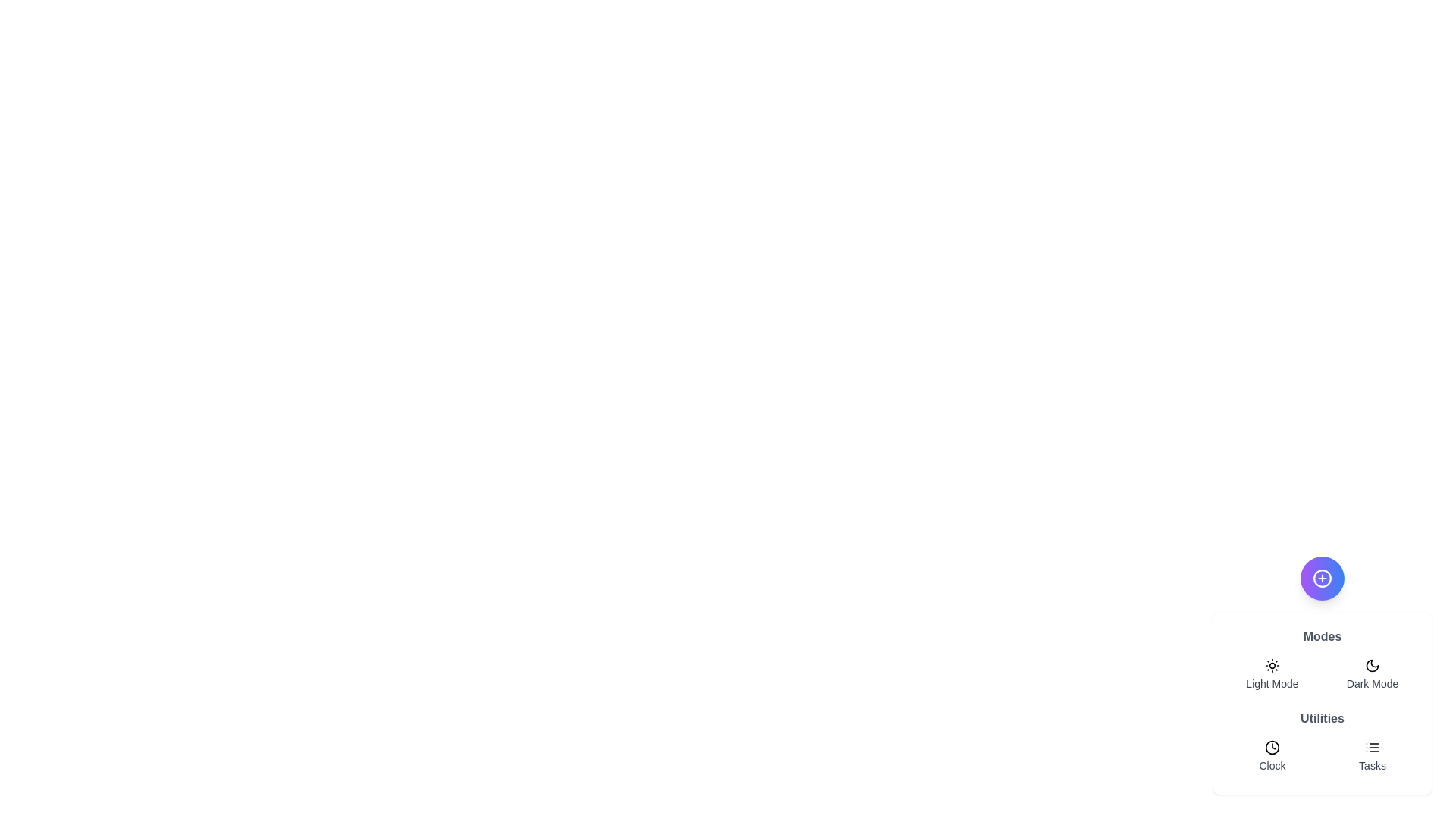 The image size is (1456, 819). Describe the element at coordinates (1272, 757) in the screenshot. I see `the 'Clock' option to select it` at that location.